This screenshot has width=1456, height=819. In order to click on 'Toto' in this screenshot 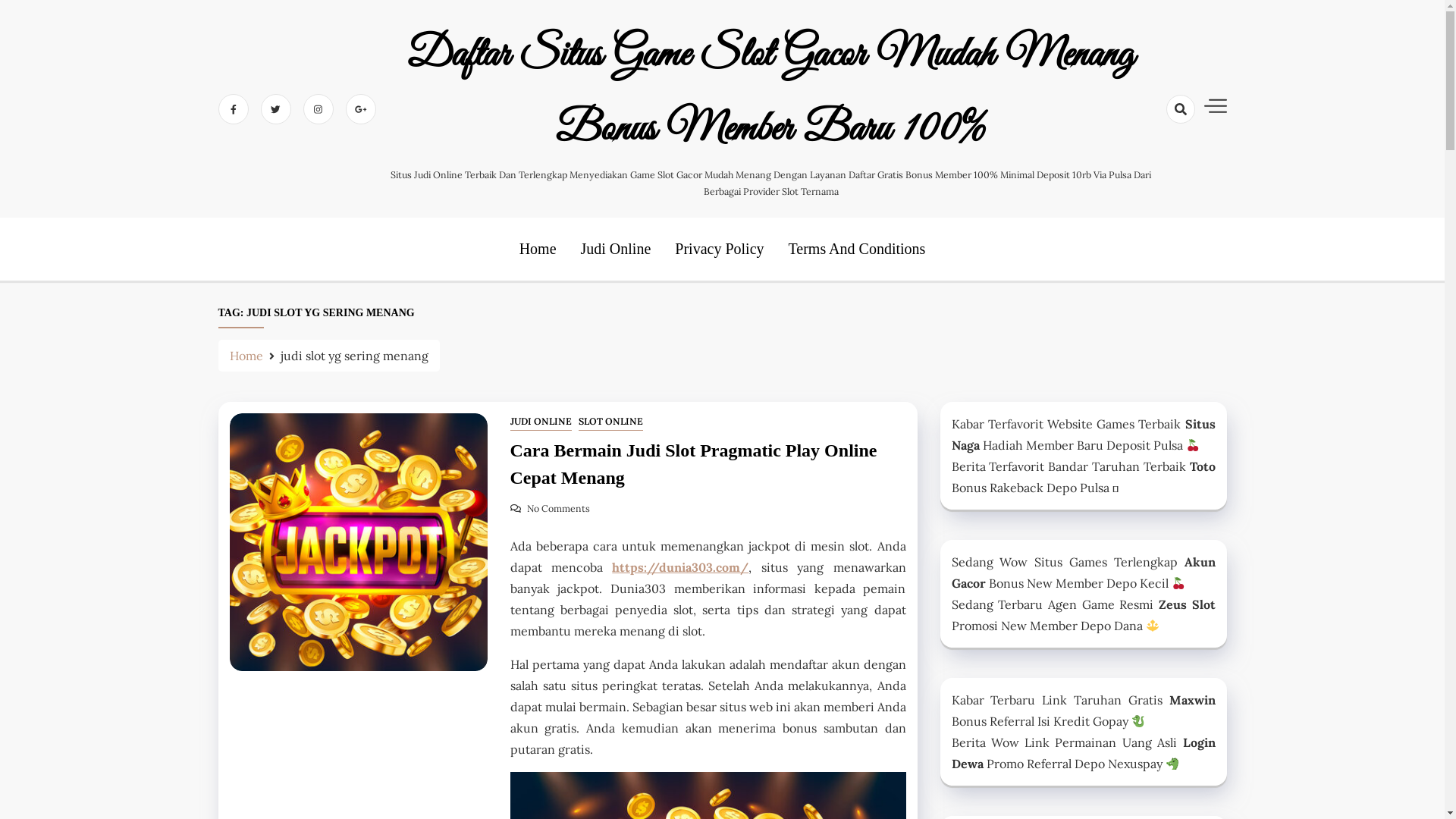, I will do `click(1200, 465)`.